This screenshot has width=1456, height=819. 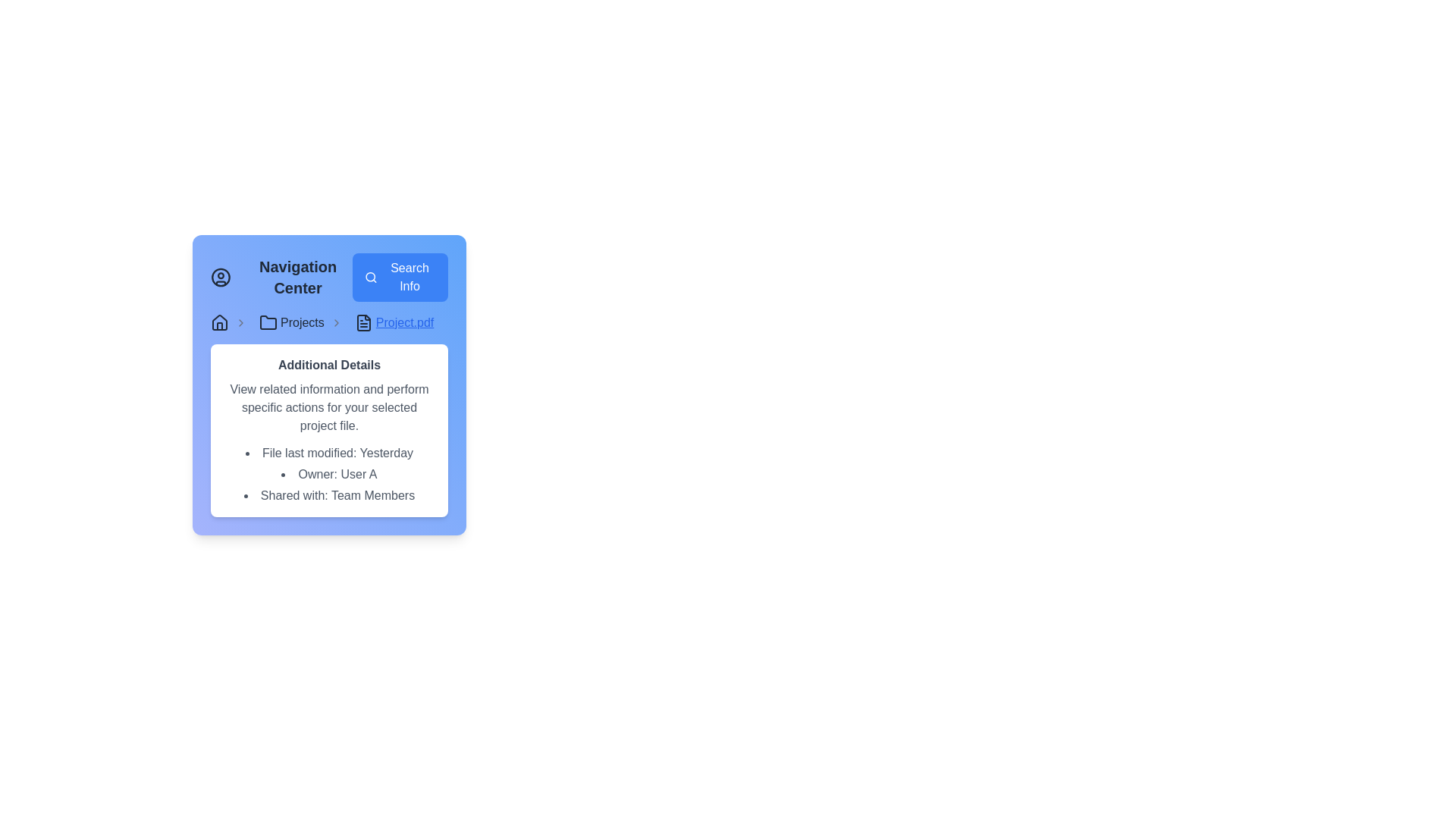 What do you see at coordinates (268, 322) in the screenshot?
I see `the folder icon styled as an outline with rounded corners, located at the beginning of the breadcrumb navigation bar before the label 'Projects'` at bounding box center [268, 322].